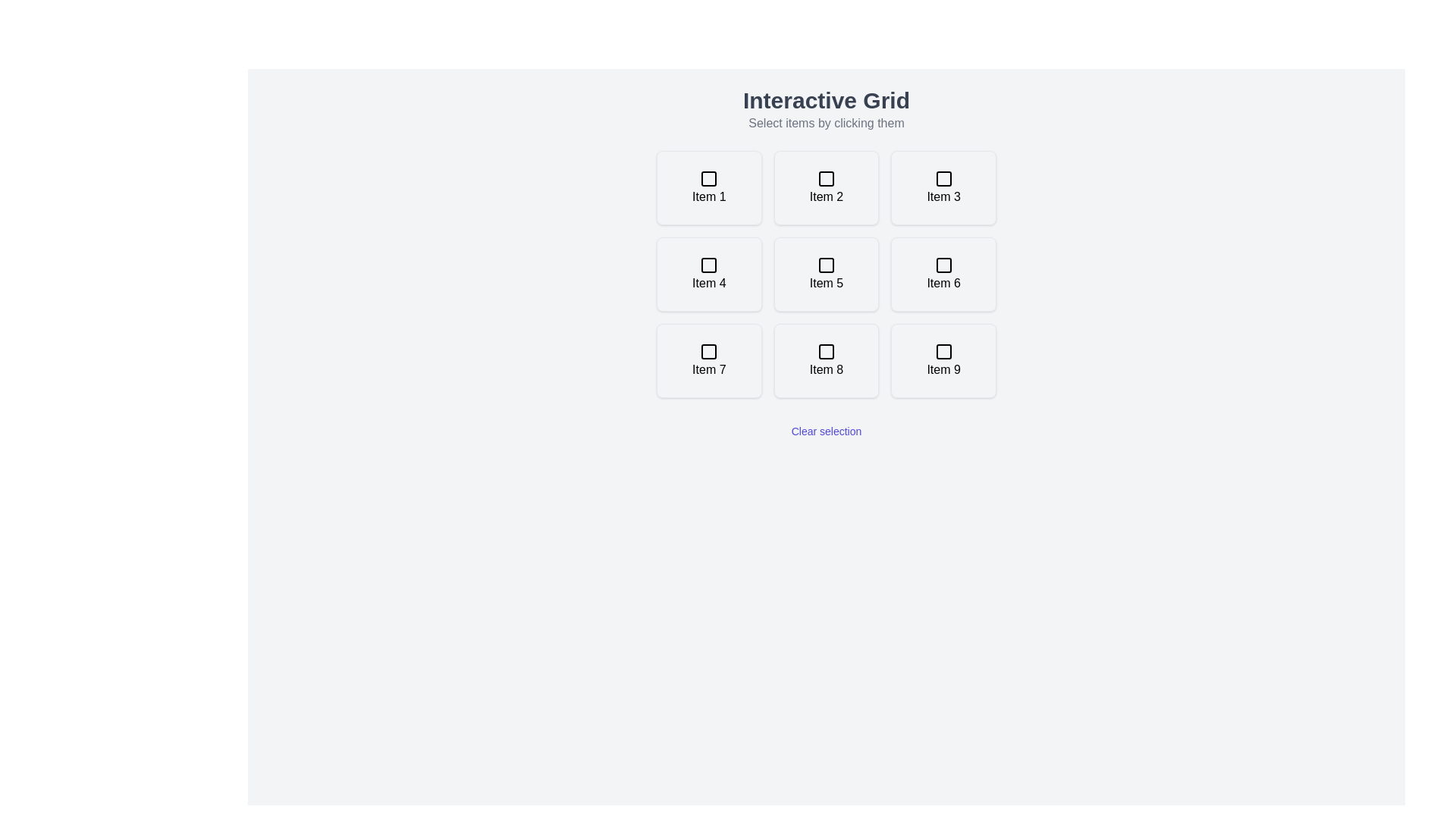  What do you see at coordinates (825, 431) in the screenshot?
I see `the text link located directly below the grid of selectable items` at bounding box center [825, 431].